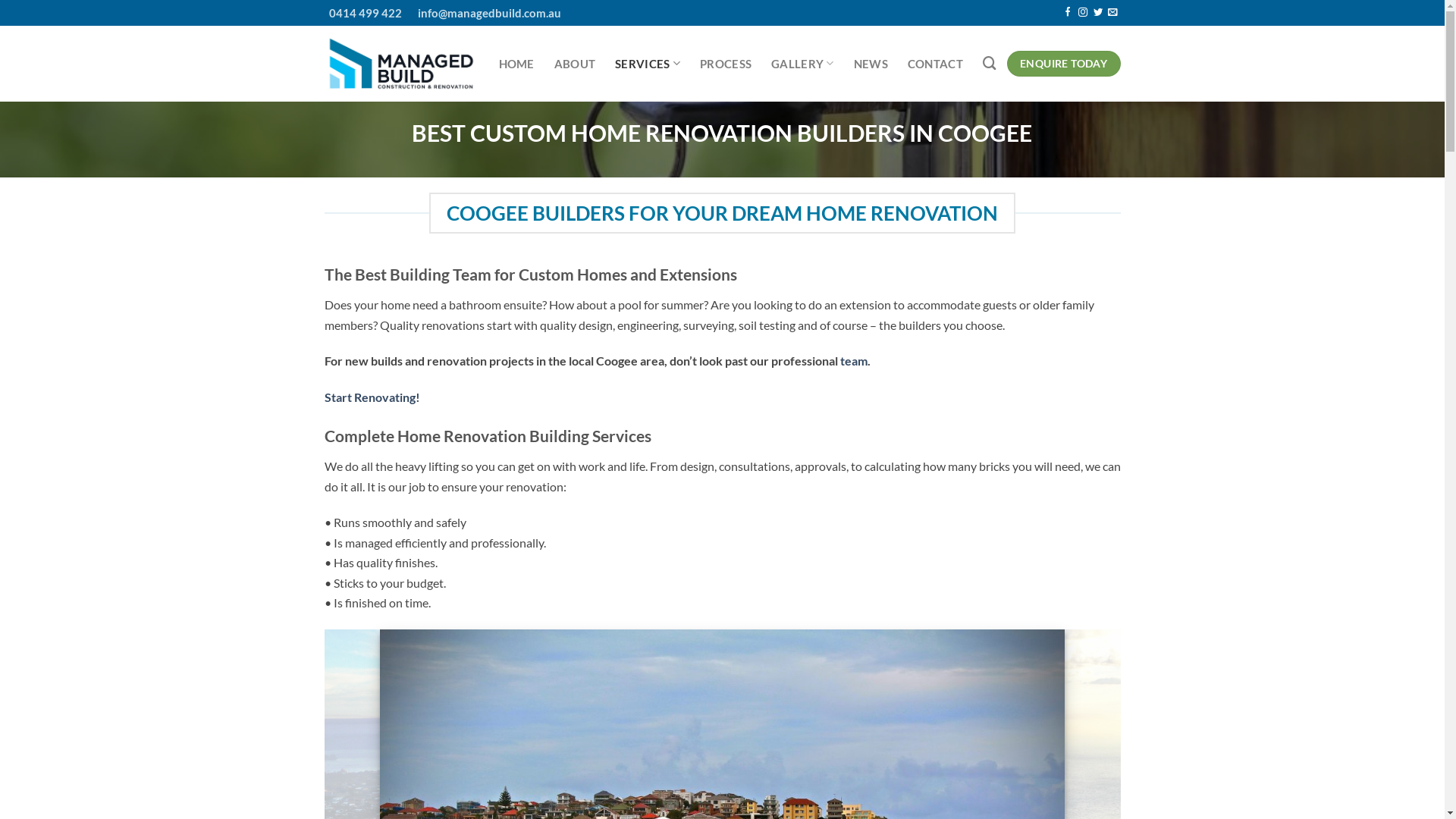 This screenshot has height=819, width=1456. I want to click on 'HOME', so click(516, 63).